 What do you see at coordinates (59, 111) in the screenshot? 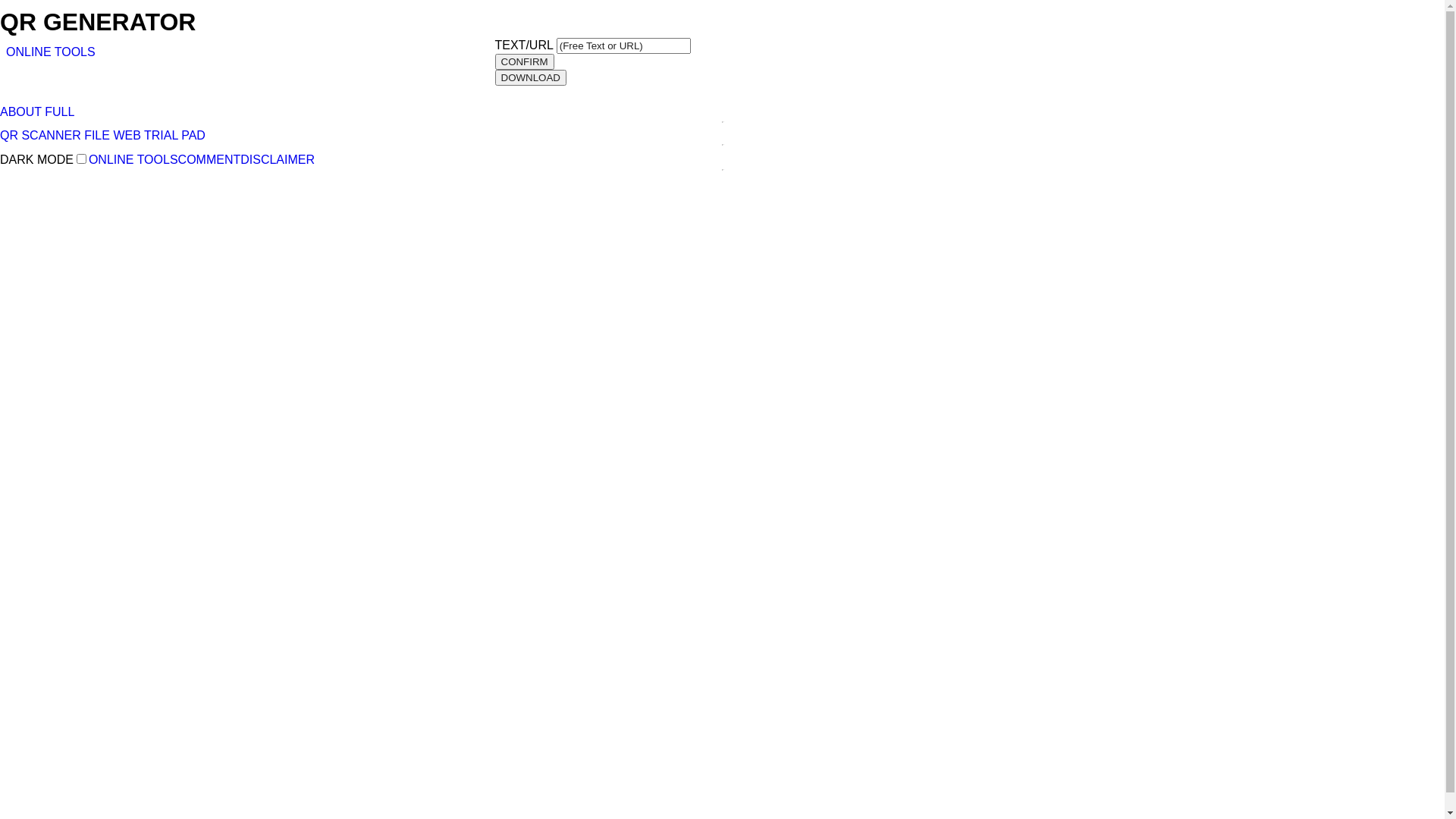
I see `'FULL'` at bounding box center [59, 111].